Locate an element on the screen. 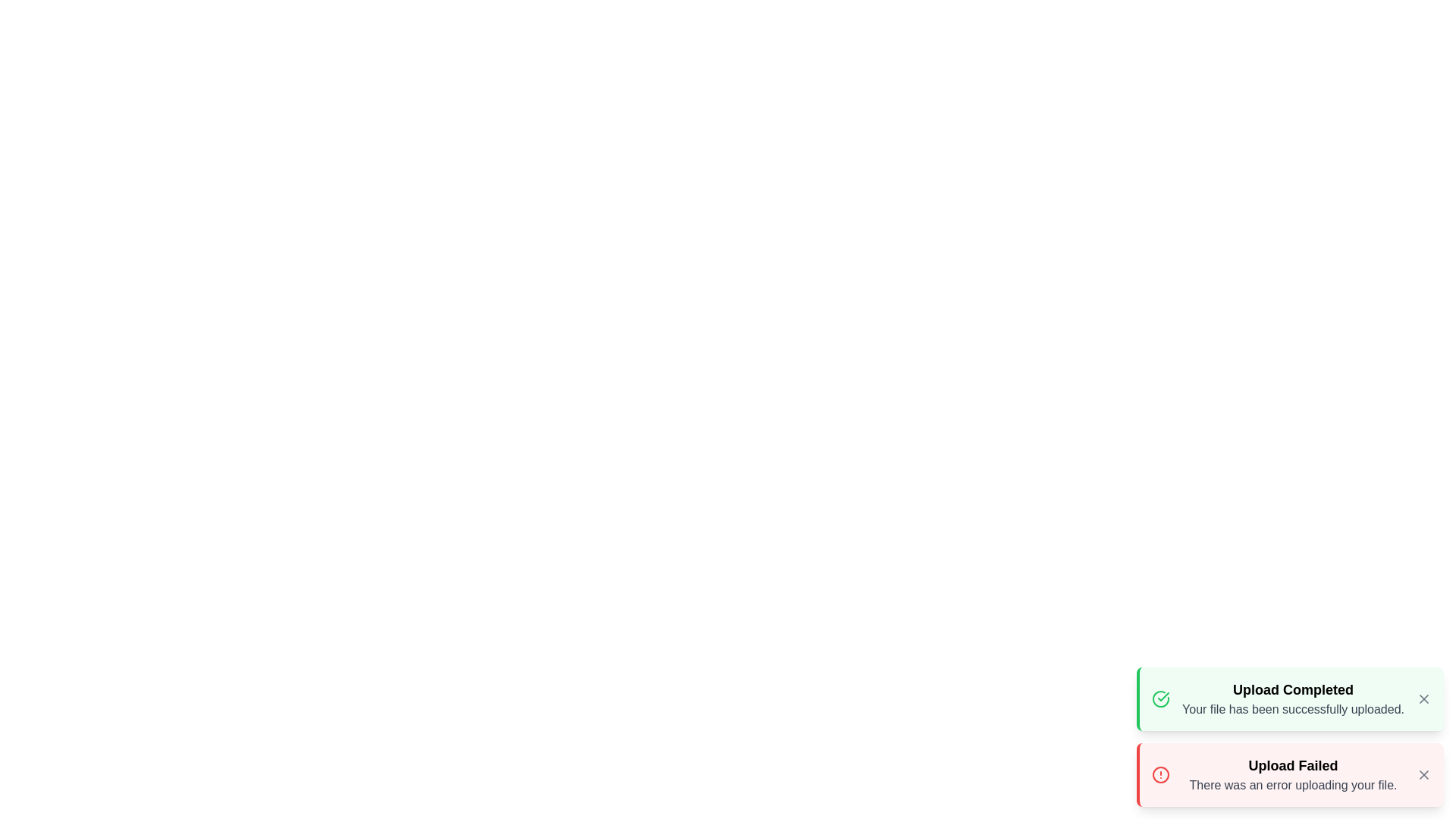 Image resolution: width=1456 pixels, height=819 pixels. the error alert icon located at the top-left corner of the 'Upload Failed' message box, outlined in red is located at coordinates (1160, 775).